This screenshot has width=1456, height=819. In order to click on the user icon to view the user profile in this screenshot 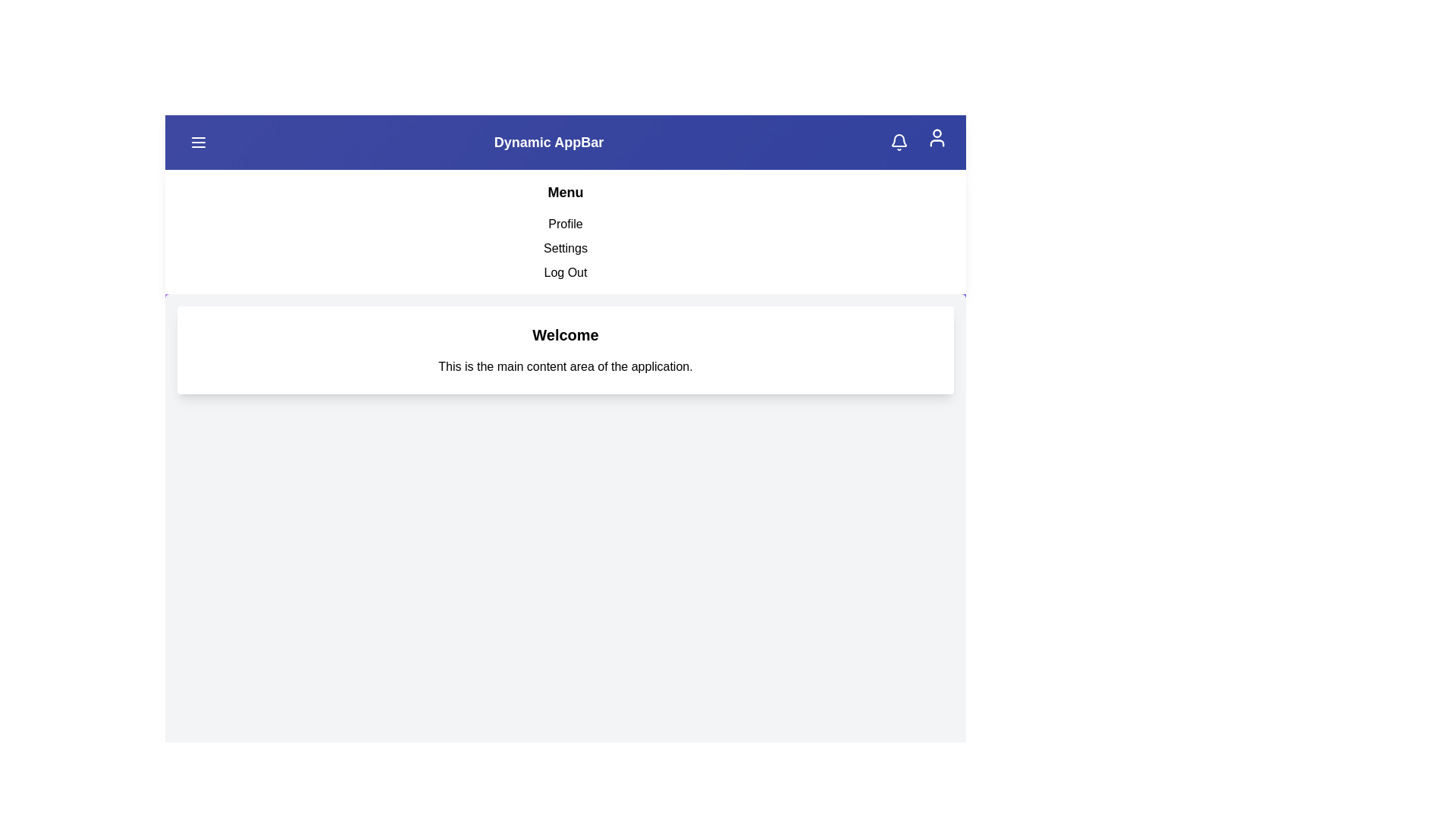, I will do `click(937, 137)`.